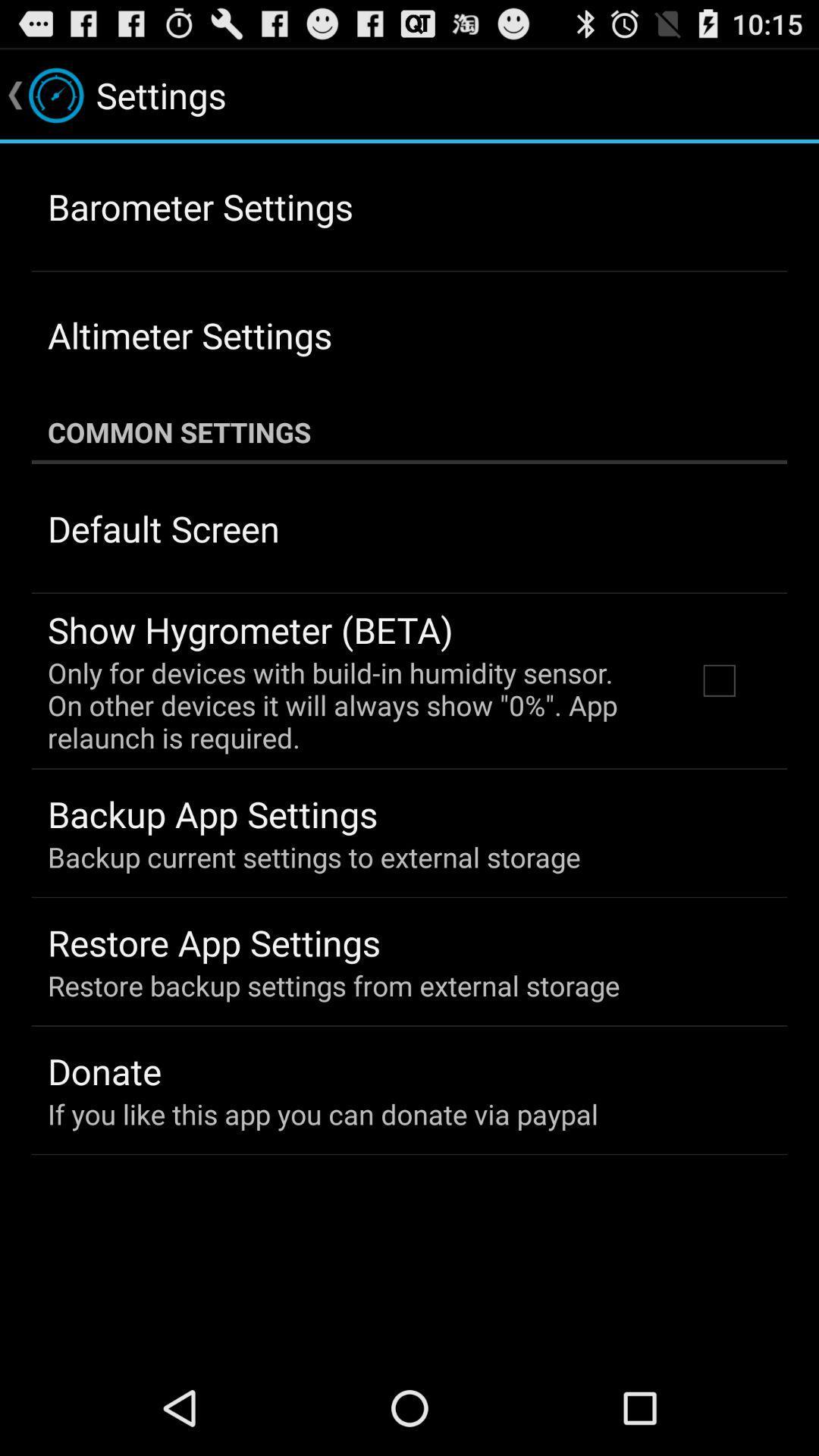 This screenshot has height=1456, width=819. Describe the element at coordinates (409, 431) in the screenshot. I see `the item above default screen item` at that location.